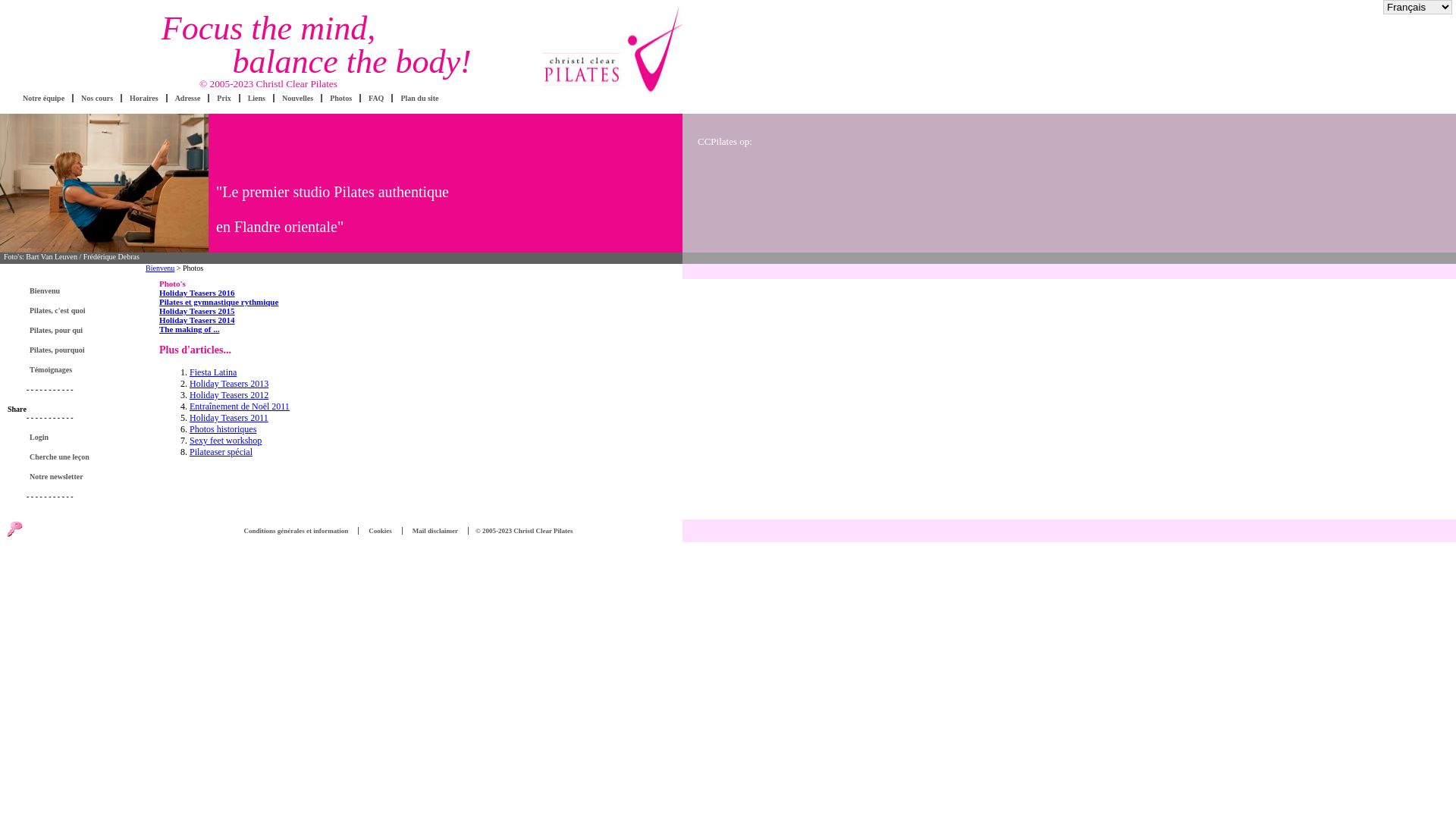 The height and width of the screenshot is (819, 1456). What do you see at coordinates (159, 309) in the screenshot?
I see `'Holiday Teasers 2015'` at bounding box center [159, 309].